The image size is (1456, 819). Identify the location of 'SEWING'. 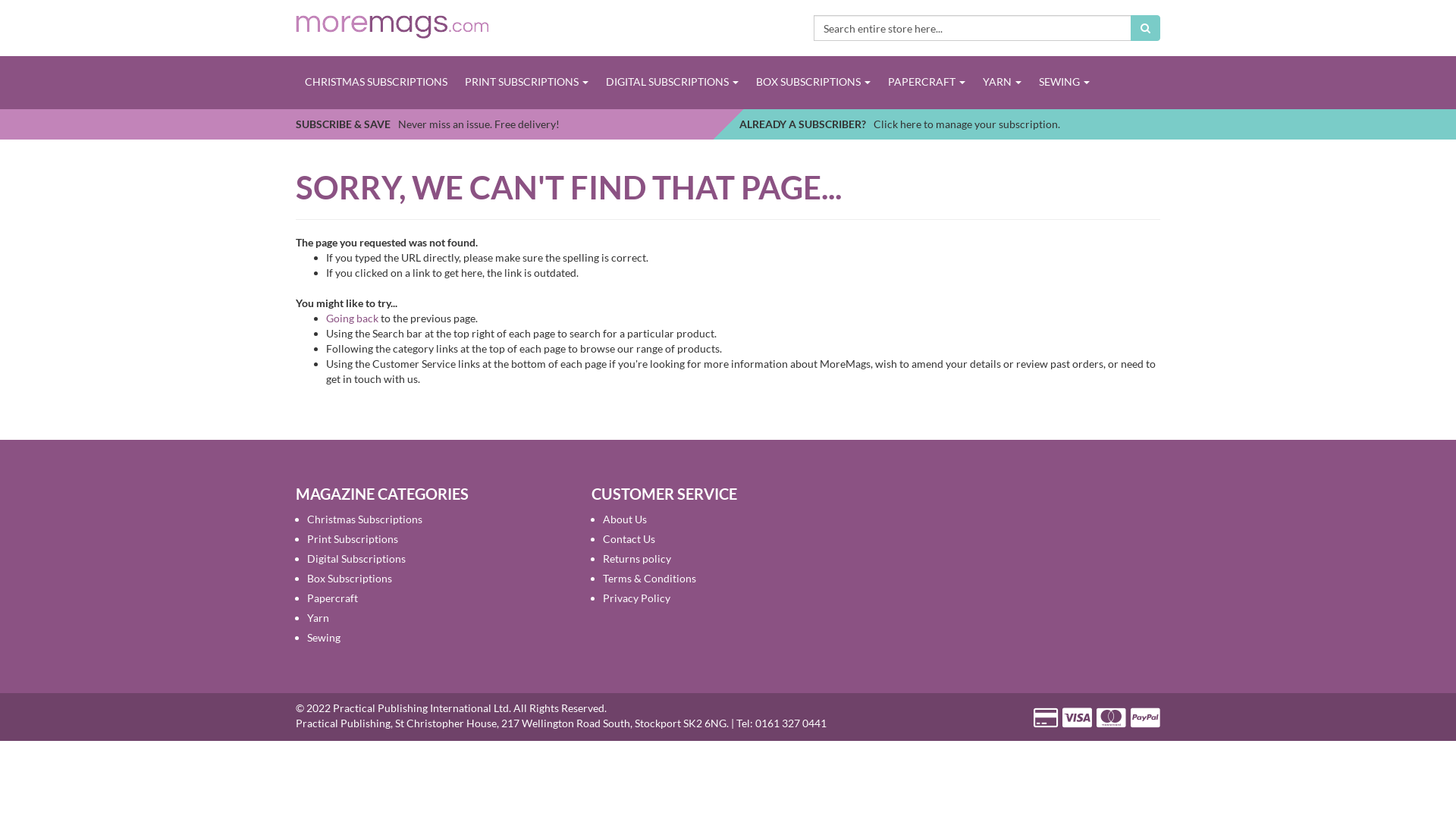
(1062, 82).